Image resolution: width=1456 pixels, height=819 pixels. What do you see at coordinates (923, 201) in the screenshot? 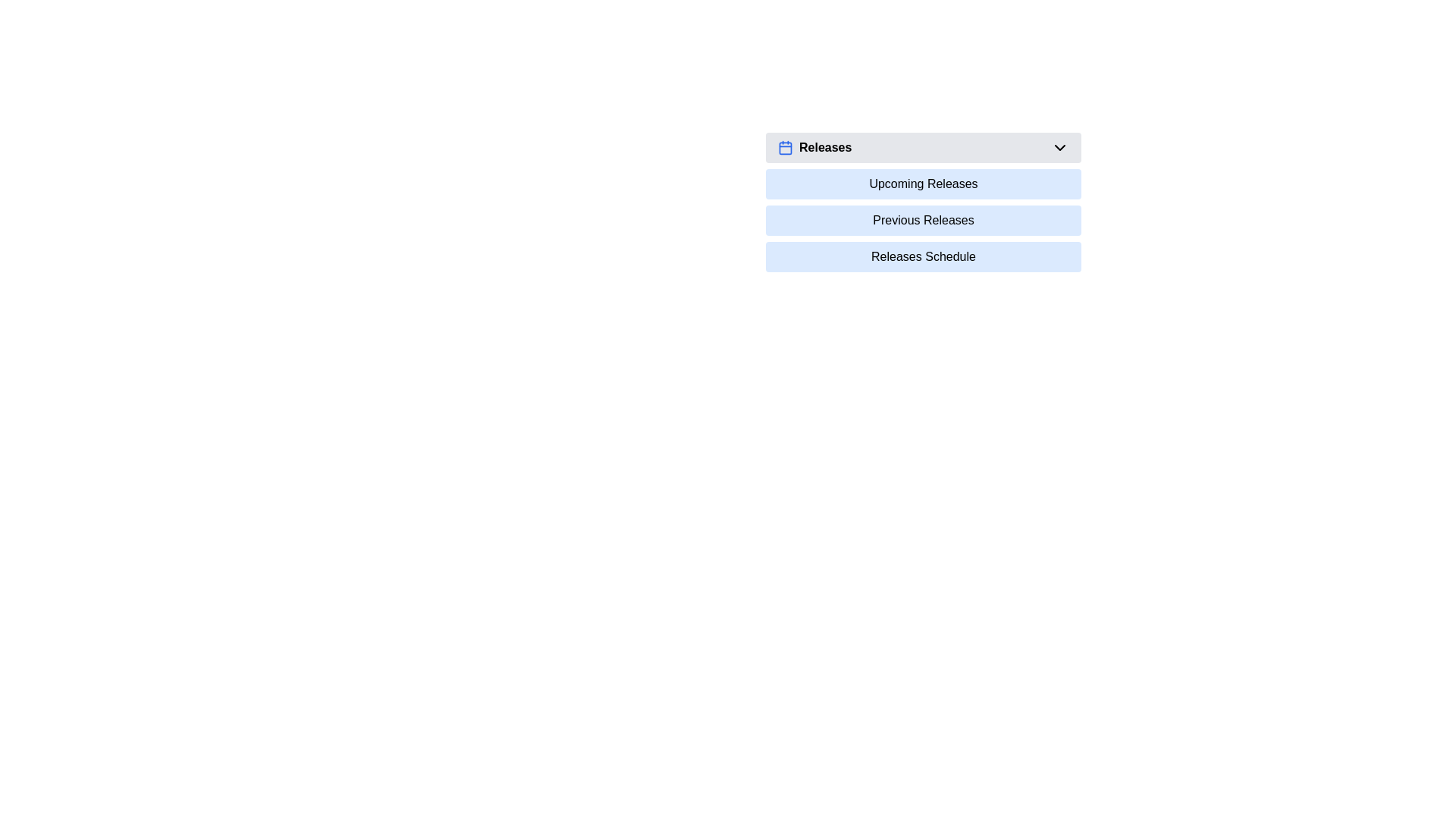
I see `the 'Previous Releases' item in the 'Releases' dropdown menu` at bounding box center [923, 201].